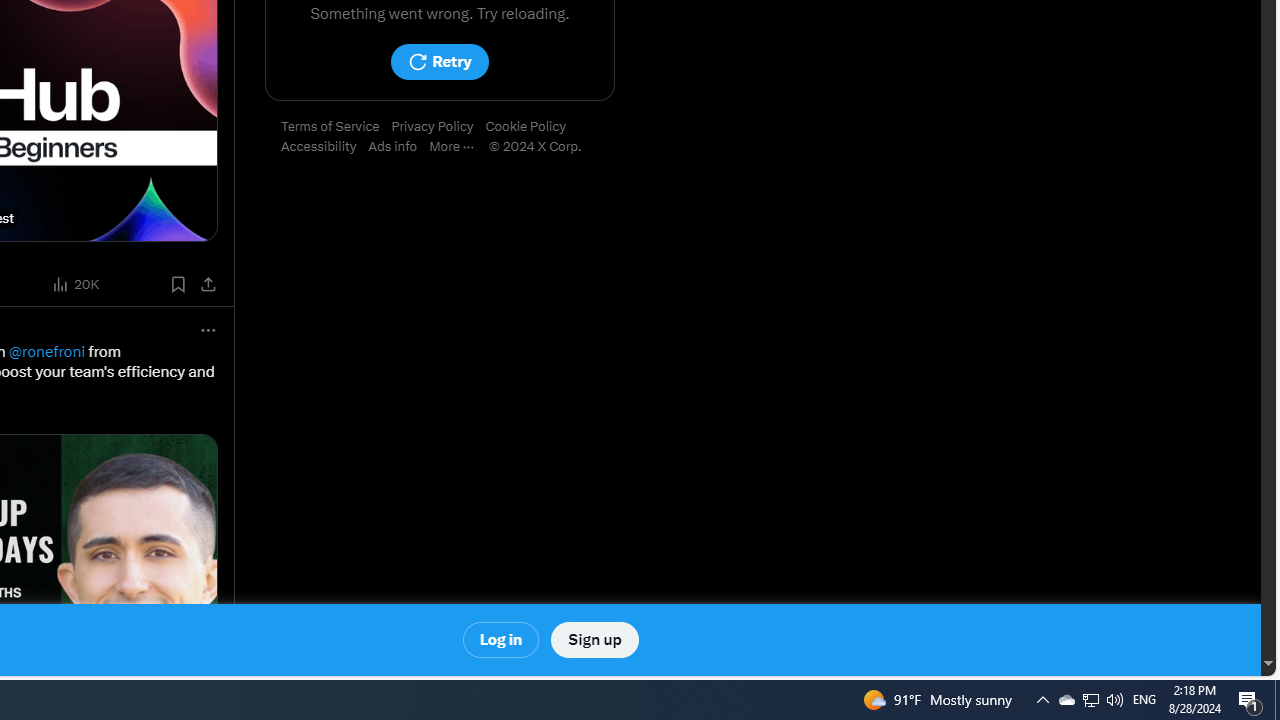  What do you see at coordinates (437, 127) in the screenshot?
I see `'Privacy Policy'` at bounding box center [437, 127].